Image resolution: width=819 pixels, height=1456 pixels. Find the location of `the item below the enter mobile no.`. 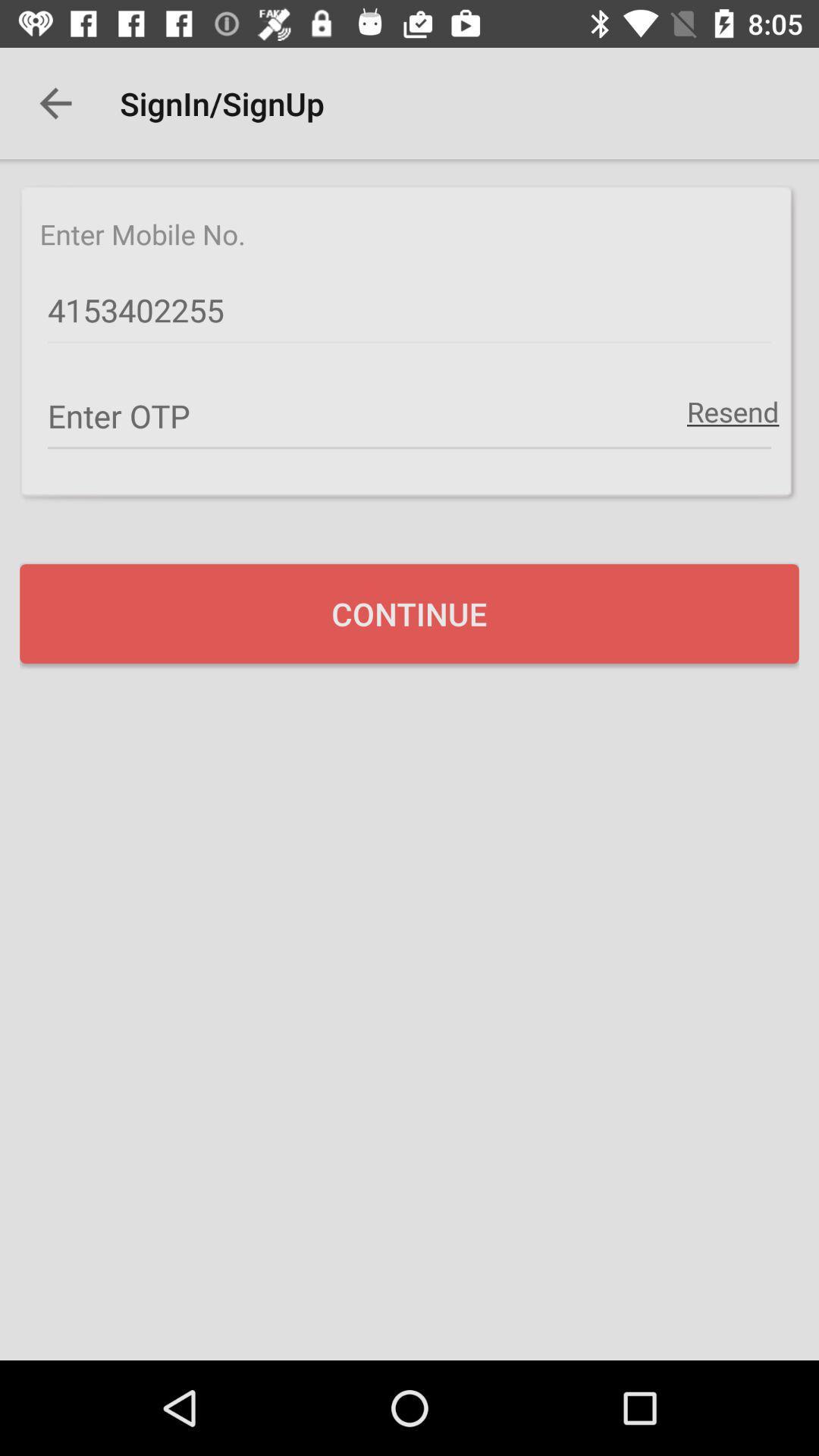

the item below the enter mobile no. is located at coordinates (409, 310).